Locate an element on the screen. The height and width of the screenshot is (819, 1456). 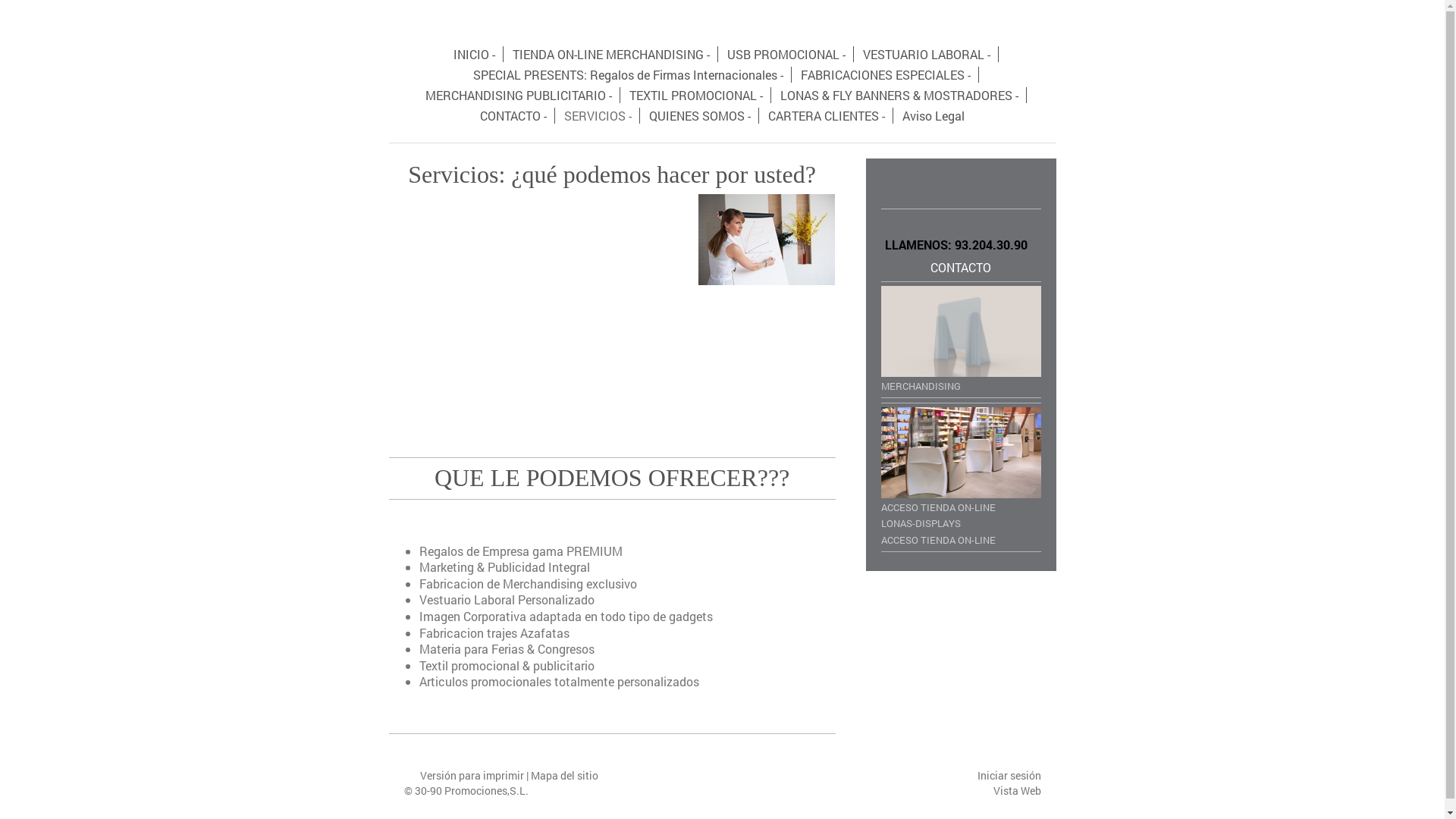
'CONTACTO' is located at coordinates (960, 266).